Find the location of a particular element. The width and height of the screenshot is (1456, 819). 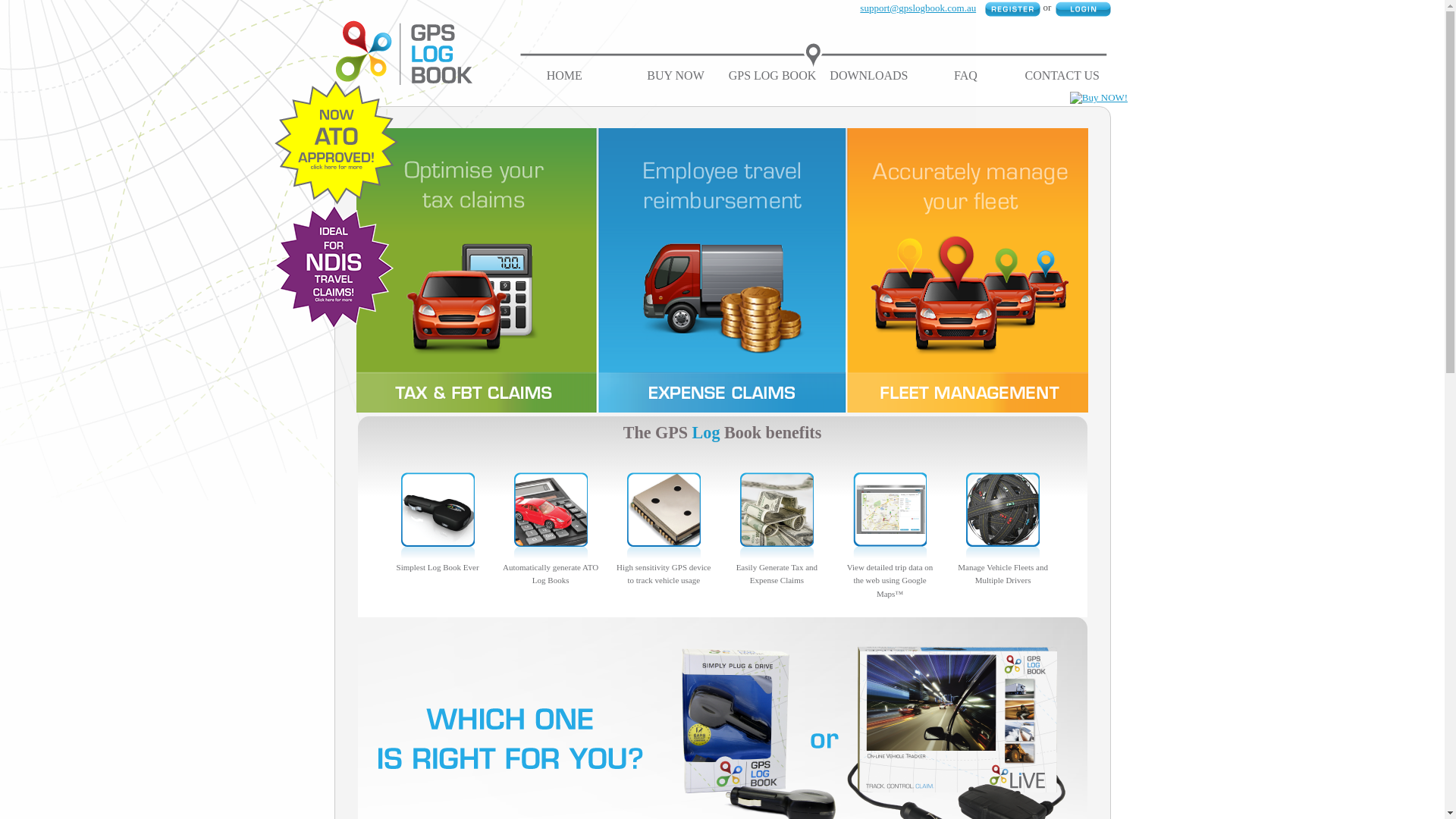

'BUY NOW' is located at coordinates (674, 75).